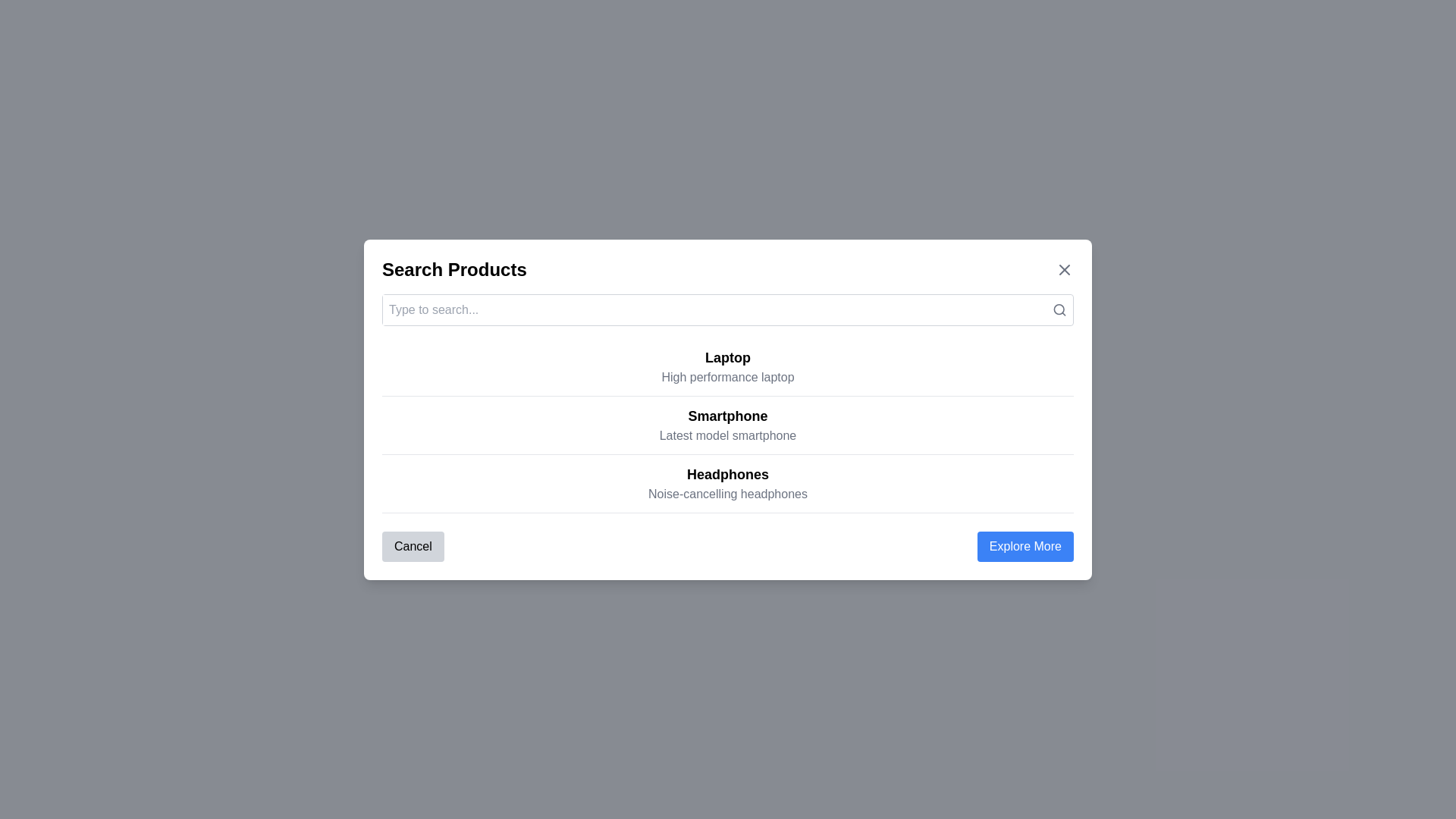 This screenshot has width=1456, height=819. Describe the element at coordinates (728, 483) in the screenshot. I see `the text block displaying information about 'Headphones', which is positioned between the 'Smartphone' entry and the 'Explore More' button in the vertically stacked list` at that location.